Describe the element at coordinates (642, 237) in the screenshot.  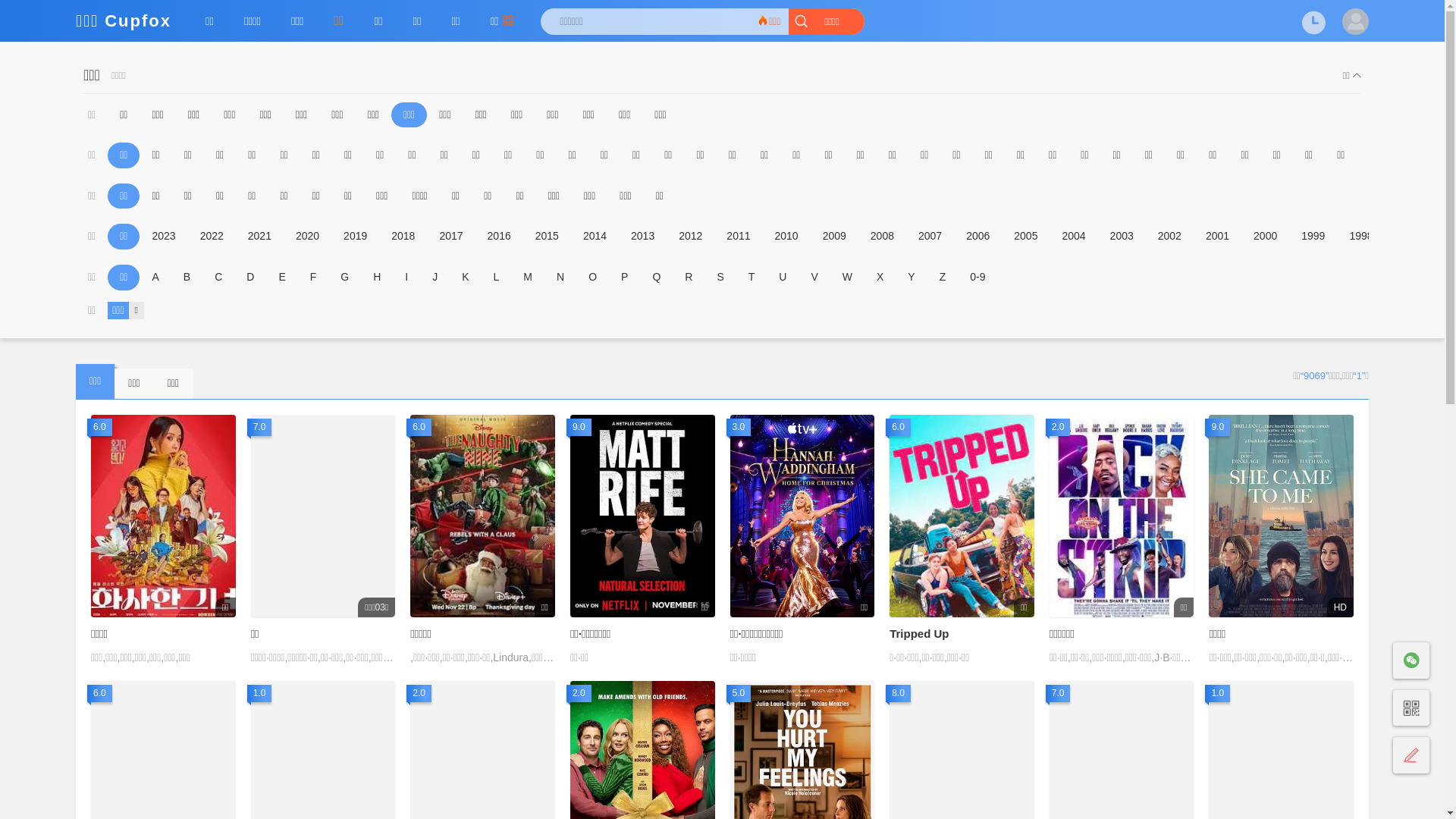
I see `'2013'` at that location.